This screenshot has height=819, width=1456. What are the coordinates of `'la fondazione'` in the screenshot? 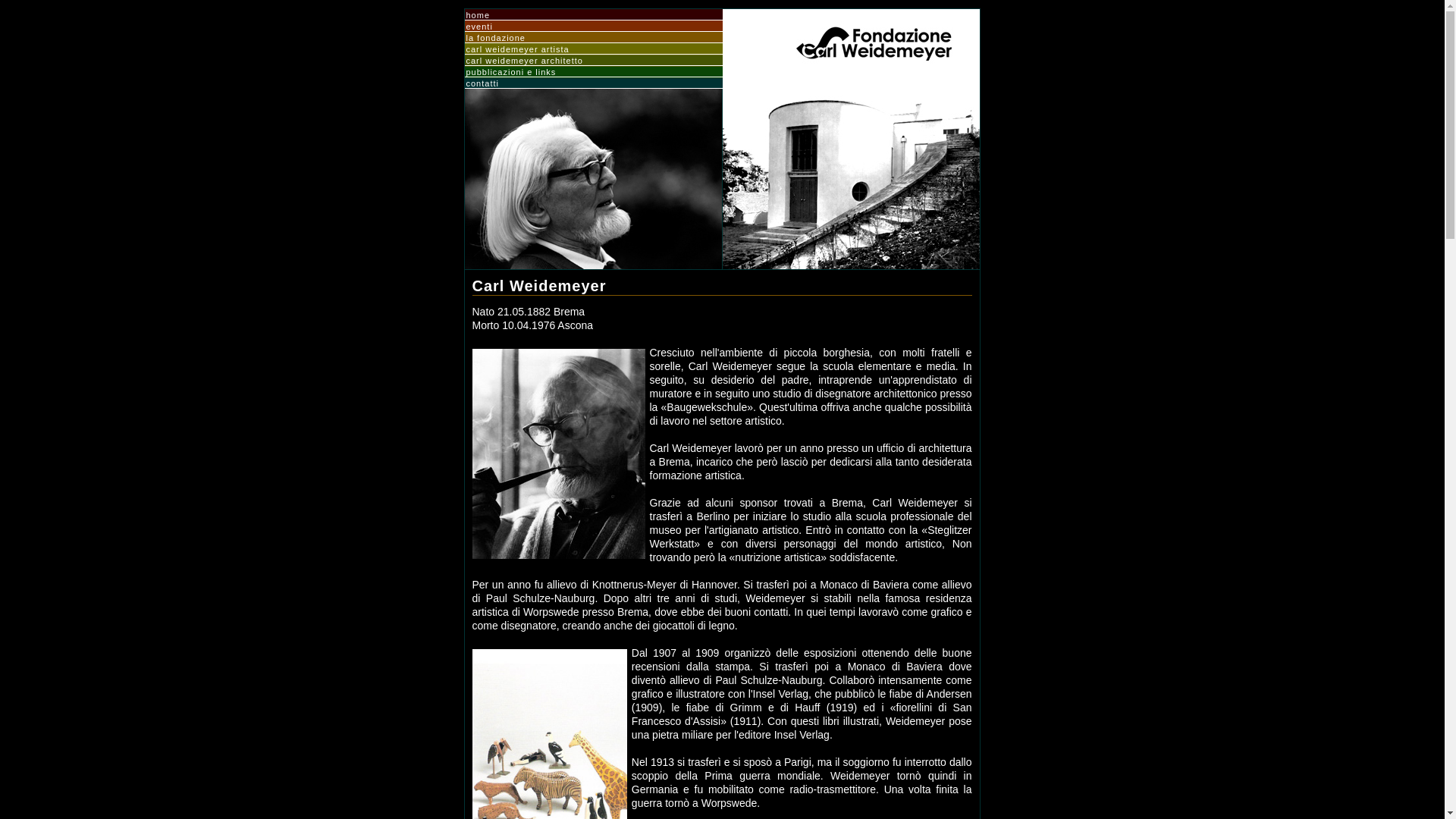 It's located at (592, 37).